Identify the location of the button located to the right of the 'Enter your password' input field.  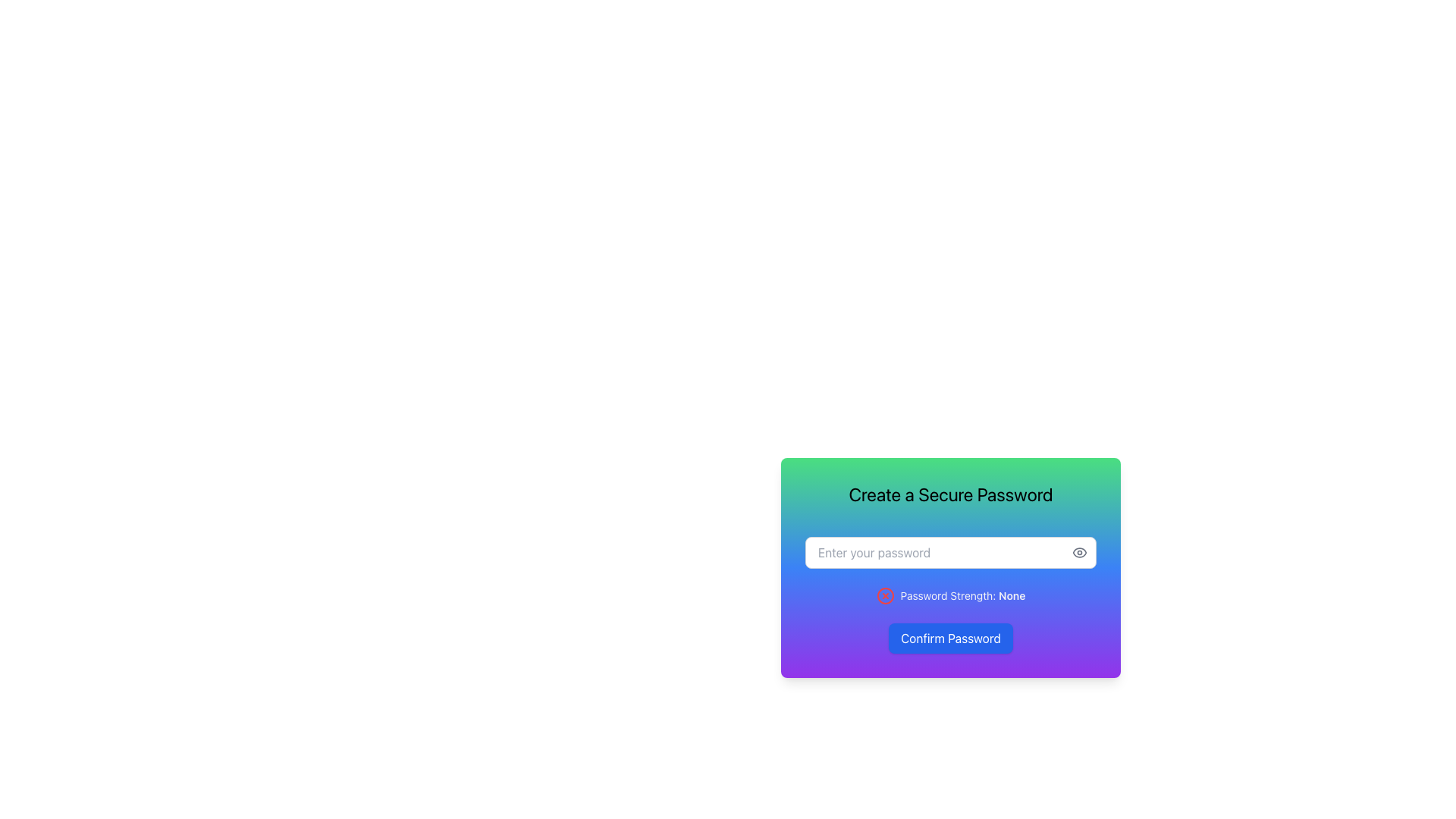
(1079, 553).